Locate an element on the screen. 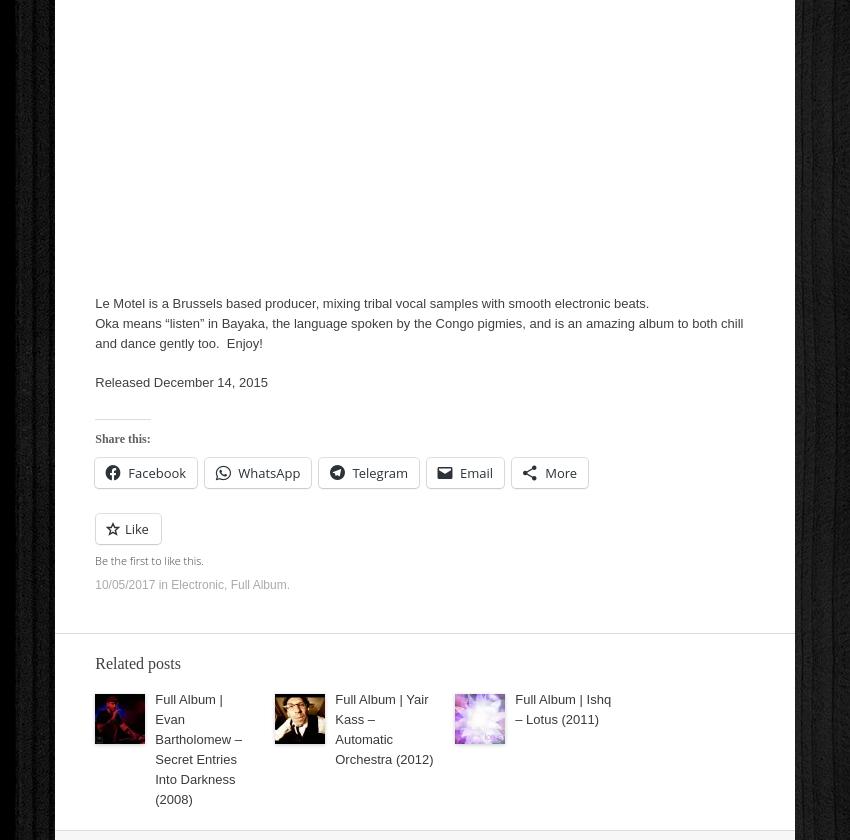 The width and height of the screenshot is (850, 840). 'Share this:' is located at coordinates (121, 438).